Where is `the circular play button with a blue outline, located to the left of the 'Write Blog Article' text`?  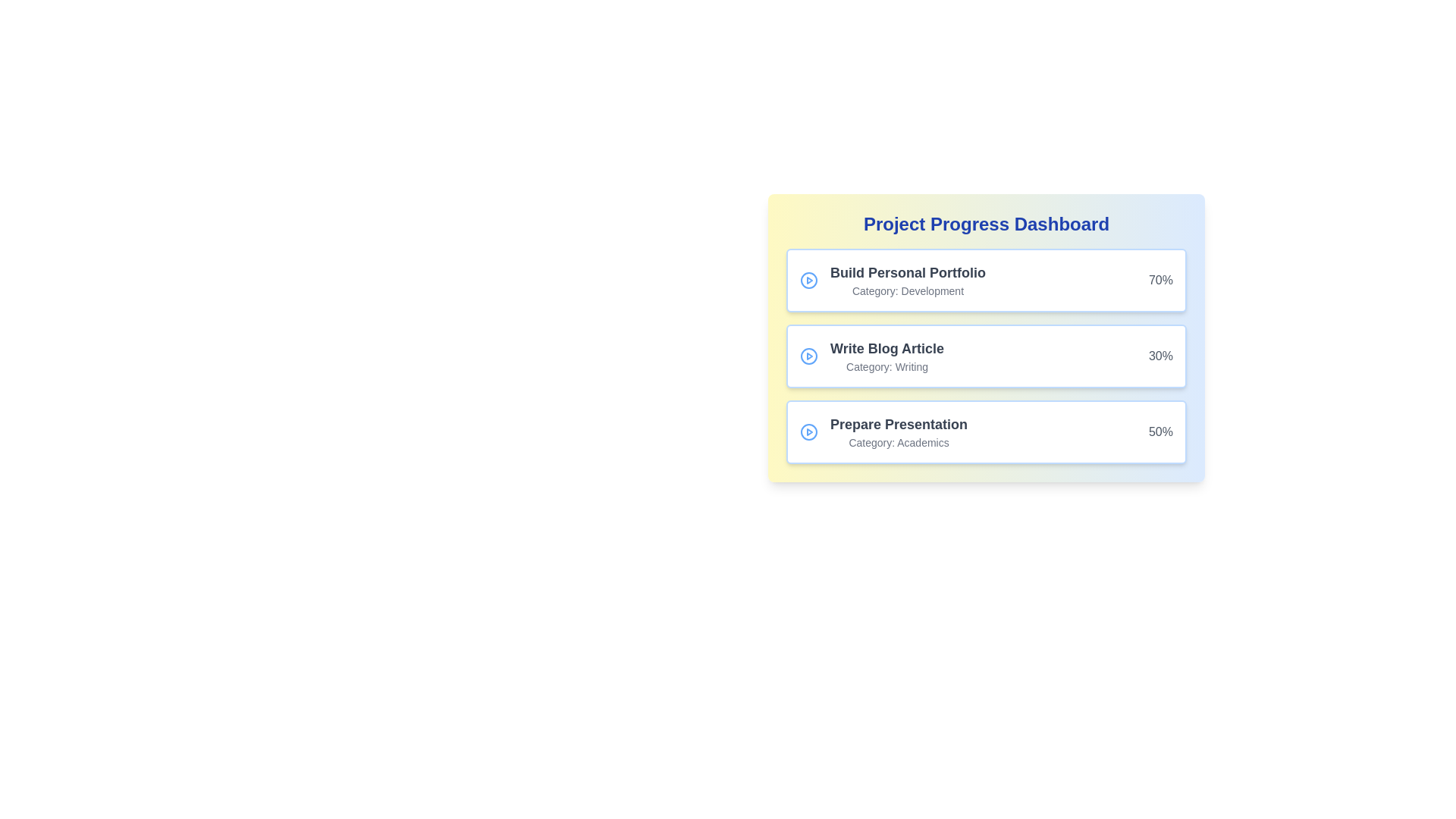 the circular play button with a blue outline, located to the left of the 'Write Blog Article' text is located at coordinates (808, 356).